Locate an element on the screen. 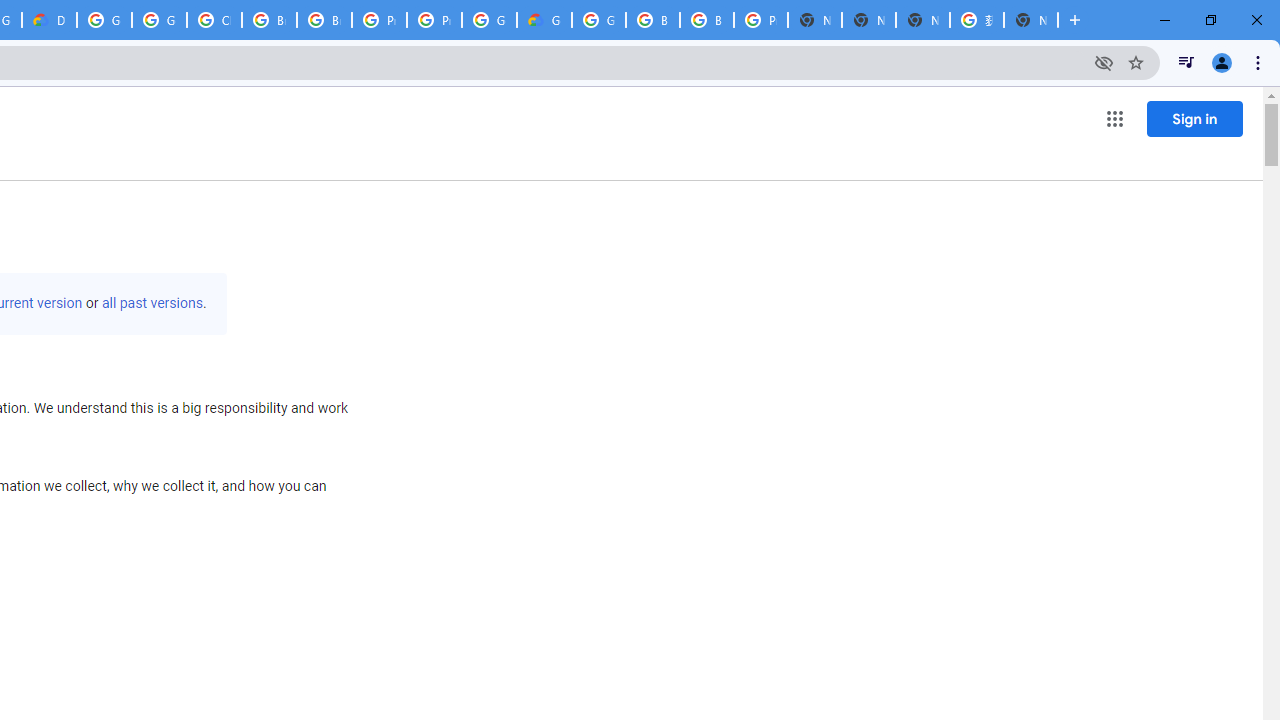 The image size is (1280, 720). 'all past versions' is located at coordinates (151, 303).